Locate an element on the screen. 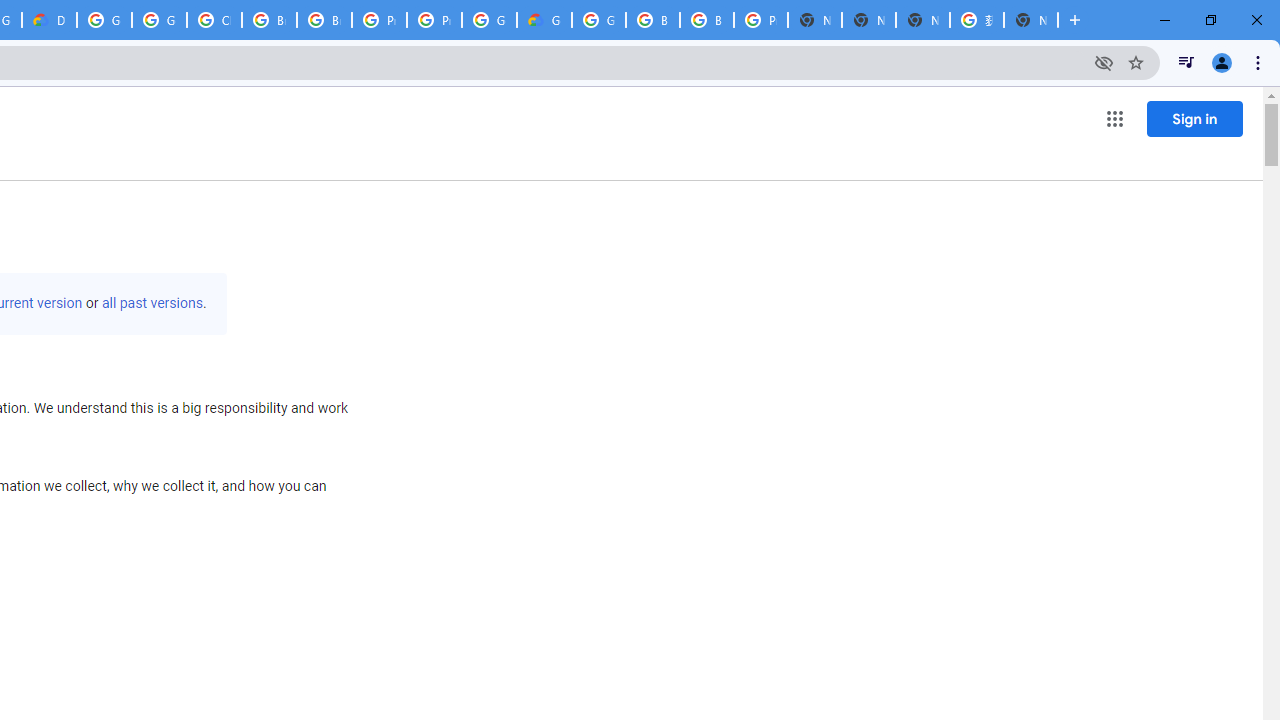 The image size is (1280, 720). 'all past versions' is located at coordinates (151, 303).